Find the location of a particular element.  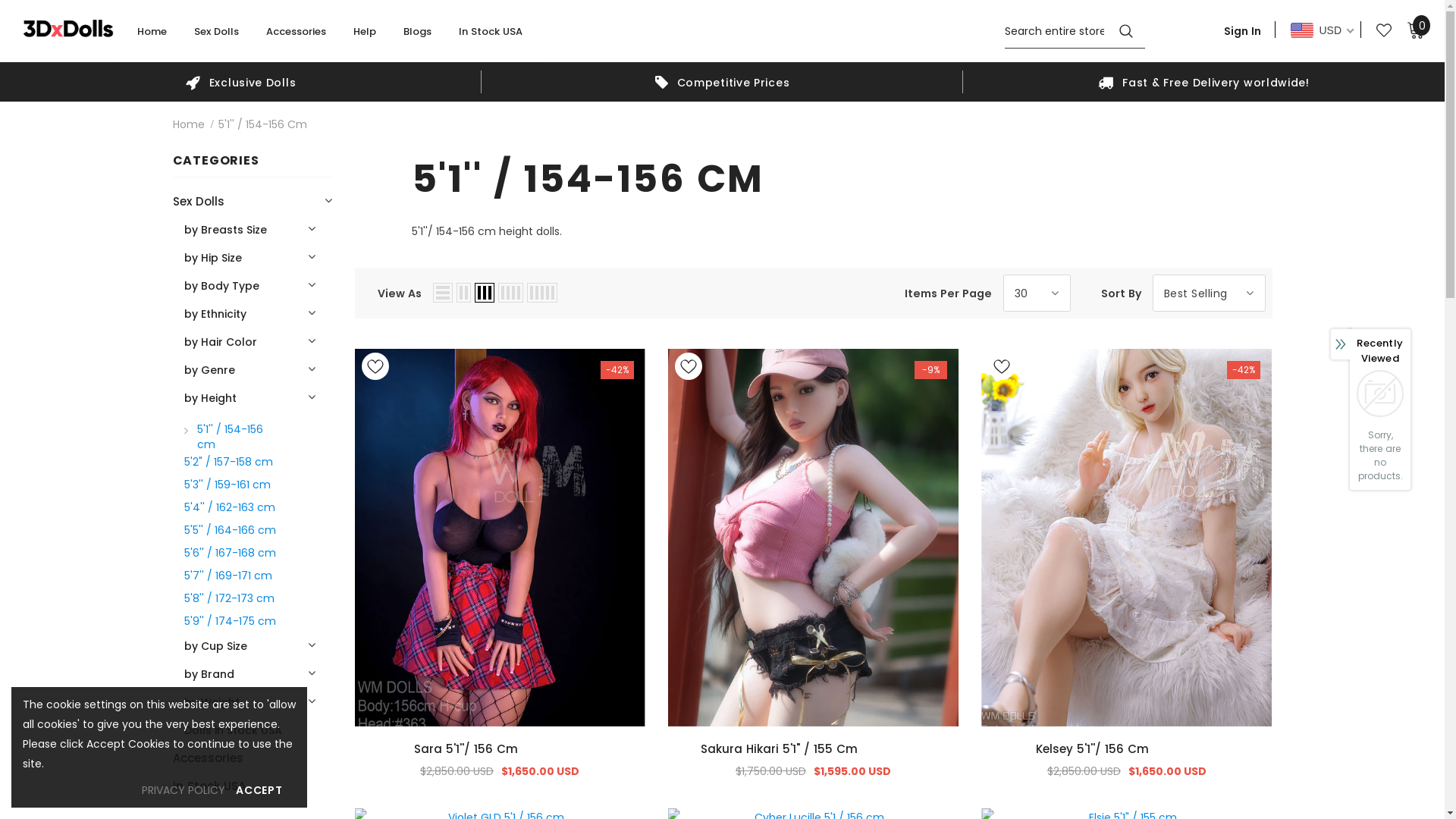

'Kelsey 5'1''/ 156 Cm' is located at coordinates (1126, 748).